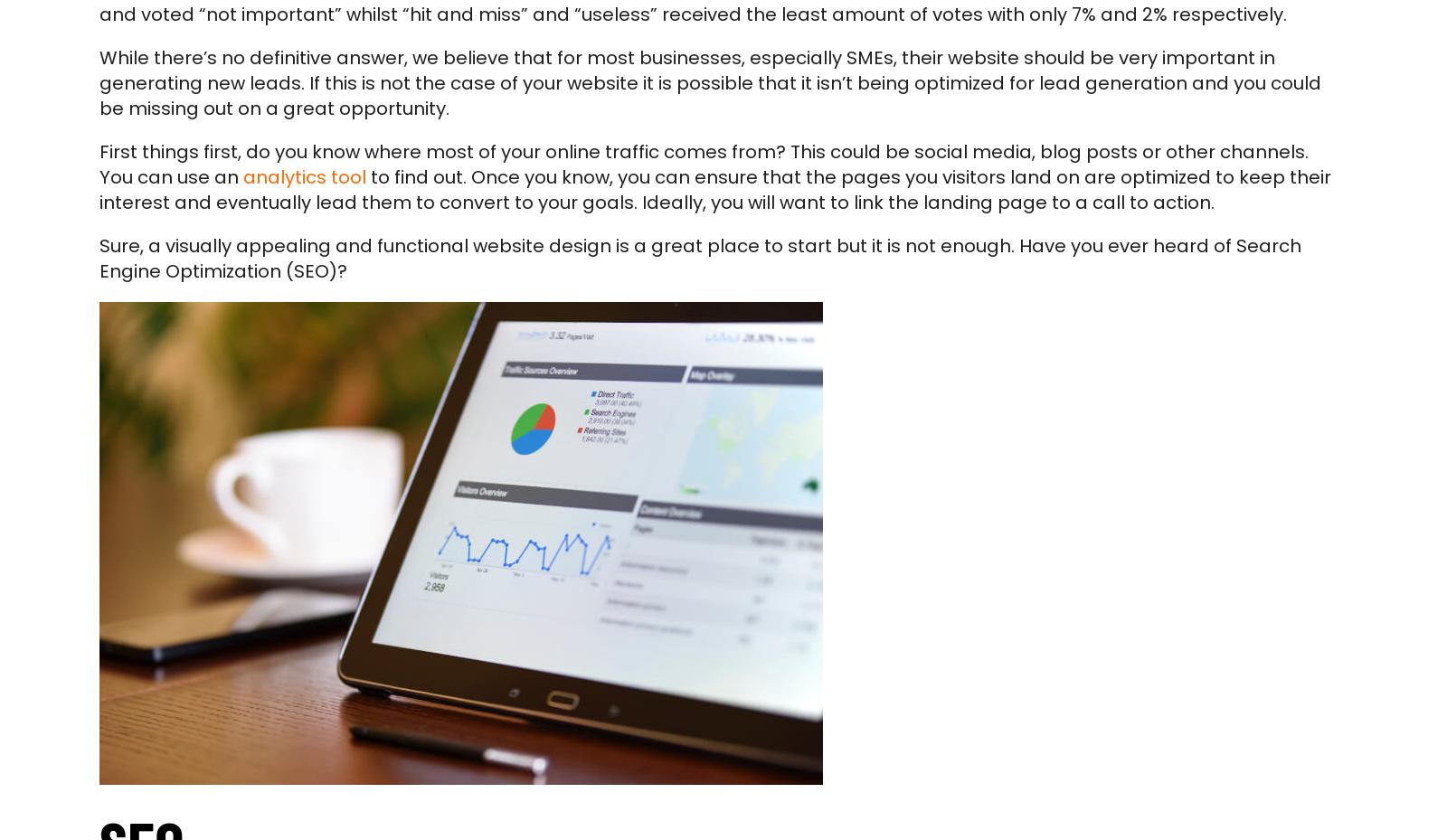 This screenshot has width=1447, height=840. Describe the element at coordinates (414, 481) in the screenshot. I see `'Get in touch'` at that location.